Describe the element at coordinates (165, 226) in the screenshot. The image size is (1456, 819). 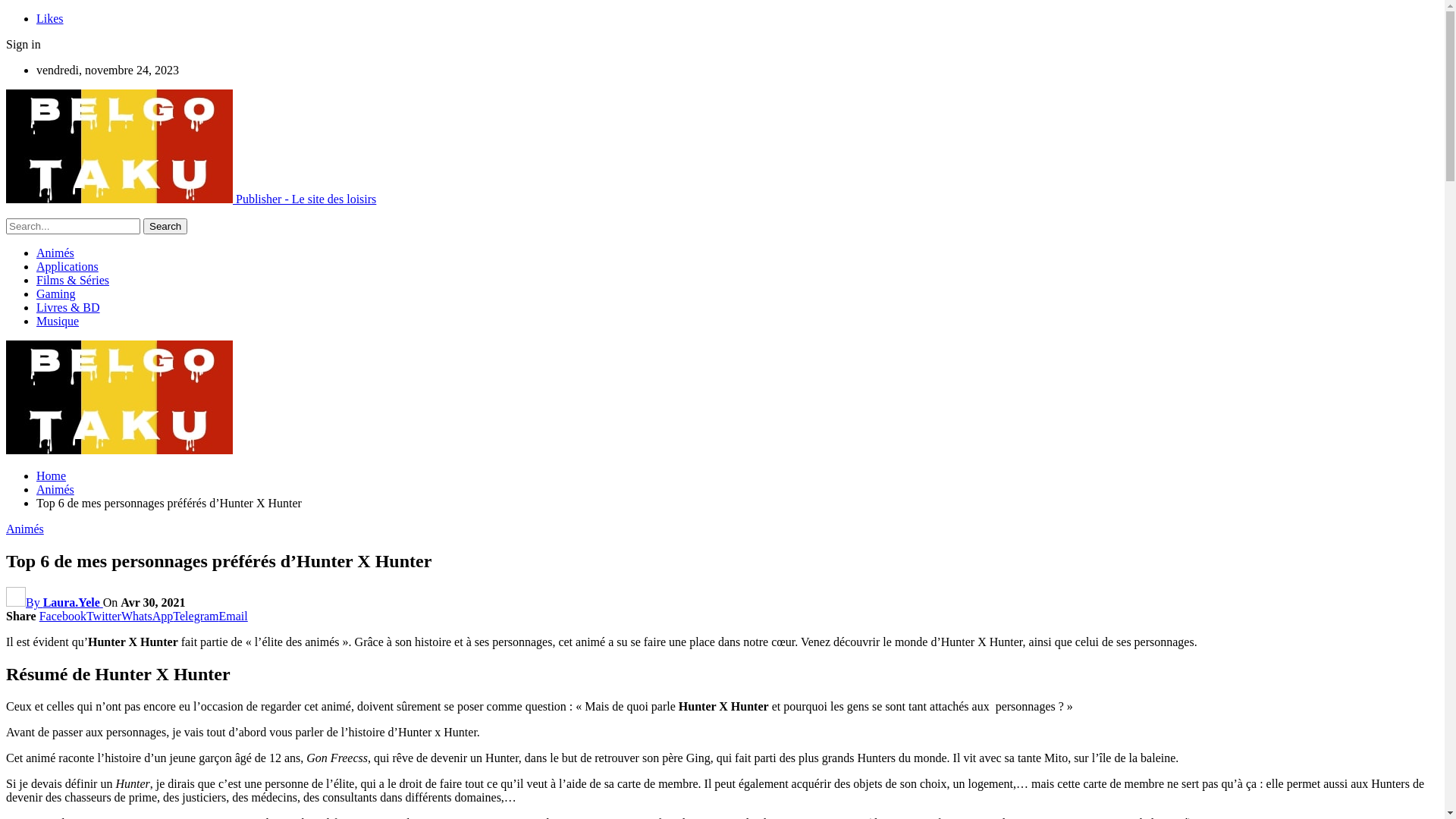
I see `'Search'` at that location.